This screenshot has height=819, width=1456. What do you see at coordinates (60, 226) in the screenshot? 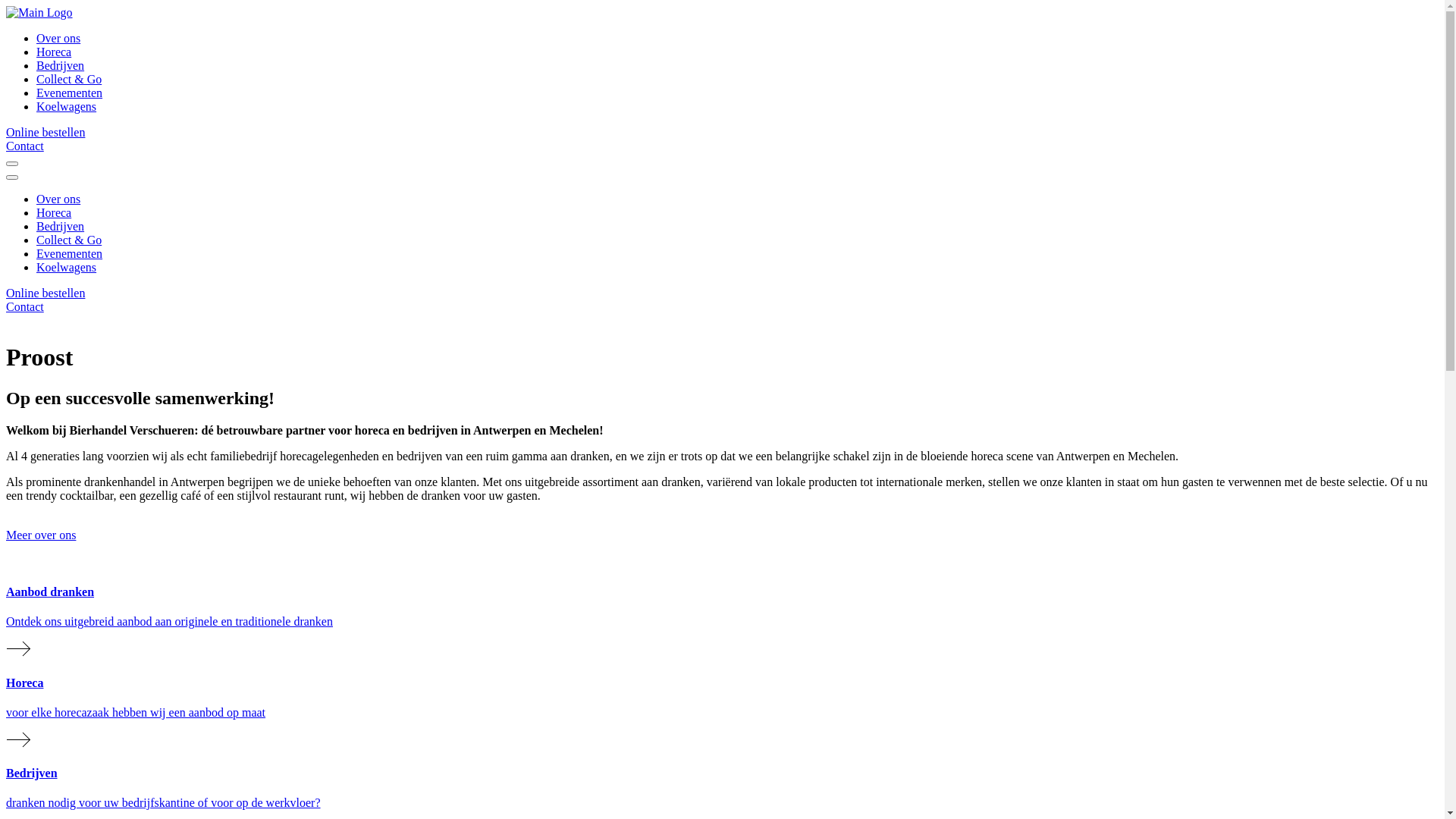
I see `'Bedrijven'` at bounding box center [60, 226].